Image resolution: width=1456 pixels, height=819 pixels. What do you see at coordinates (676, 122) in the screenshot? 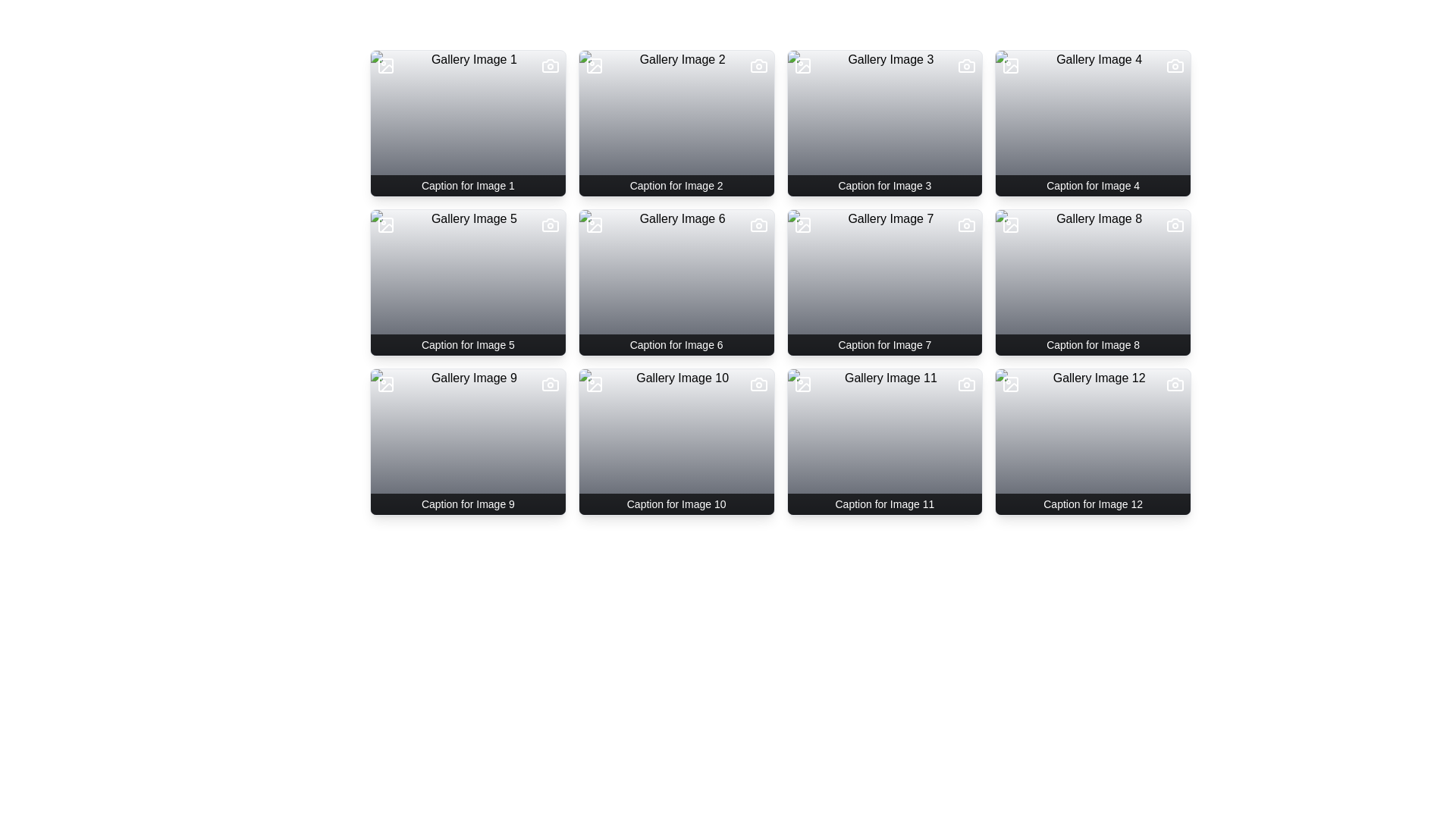
I see `the decorative overlay that is centrally placed on the second card in the top row of a 4x3 grid layout, which provides visual emphasis to the card's content` at bounding box center [676, 122].